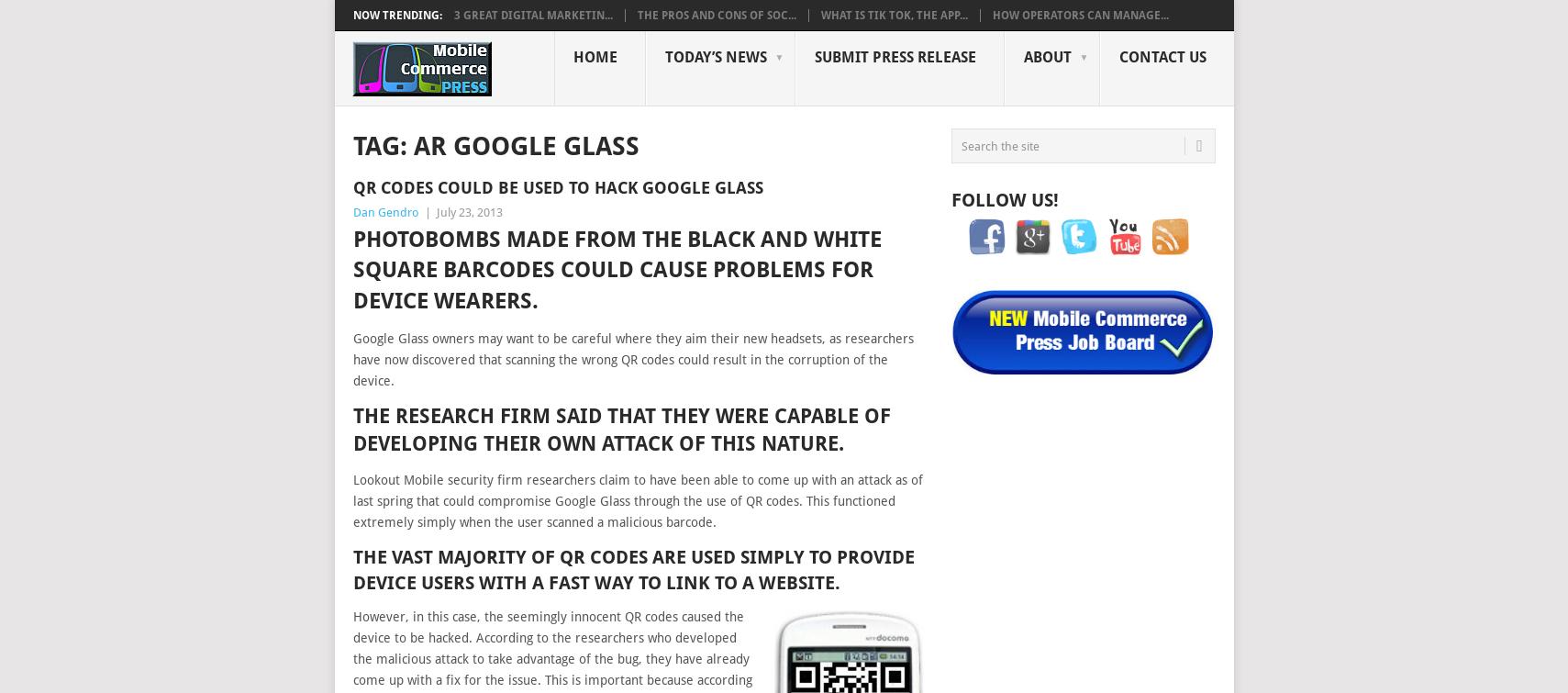  What do you see at coordinates (813, 57) in the screenshot?
I see `'Submit Press Release'` at bounding box center [813, 57].